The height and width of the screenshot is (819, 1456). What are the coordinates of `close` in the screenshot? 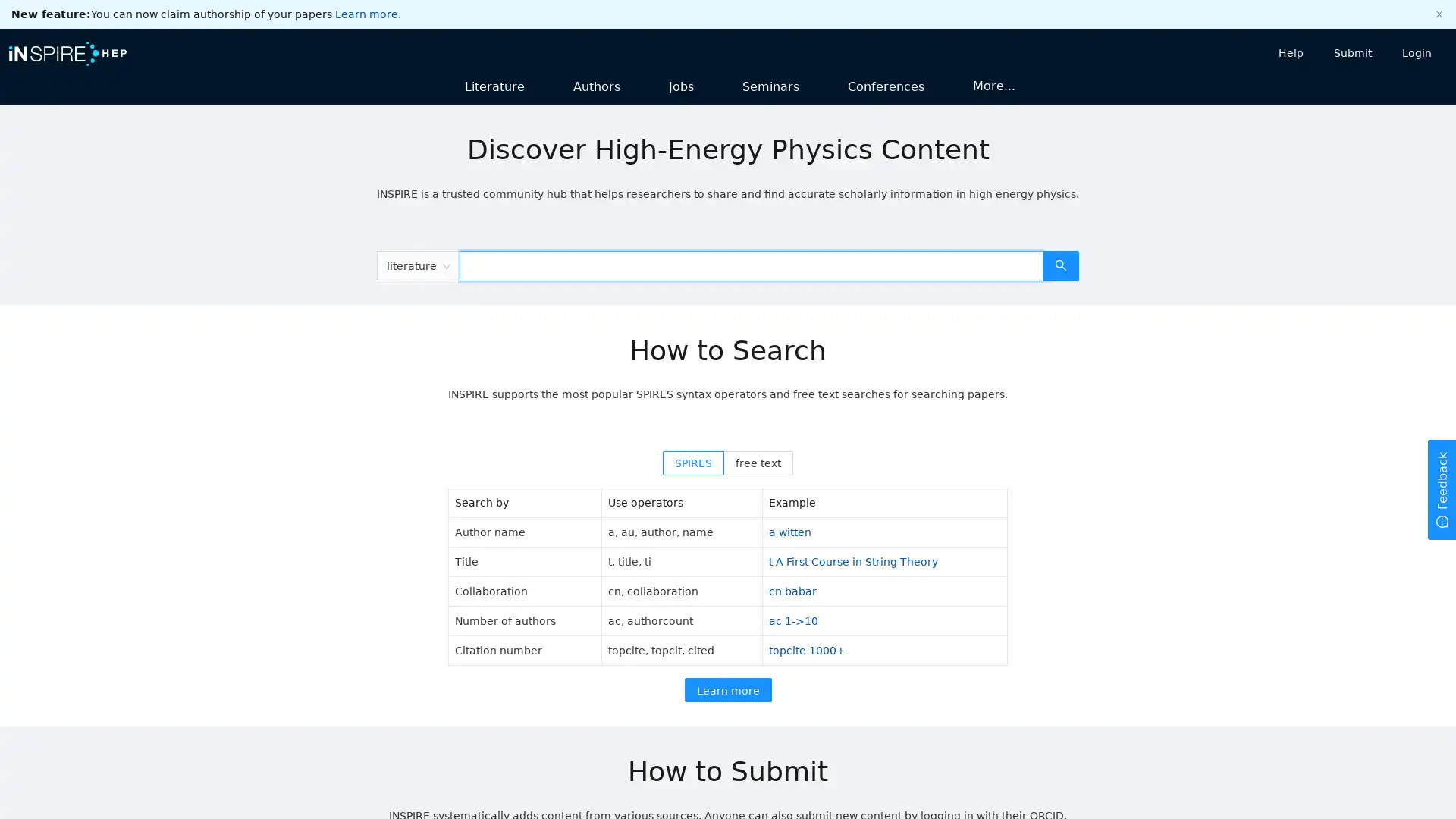 It's located at (1438, 14).